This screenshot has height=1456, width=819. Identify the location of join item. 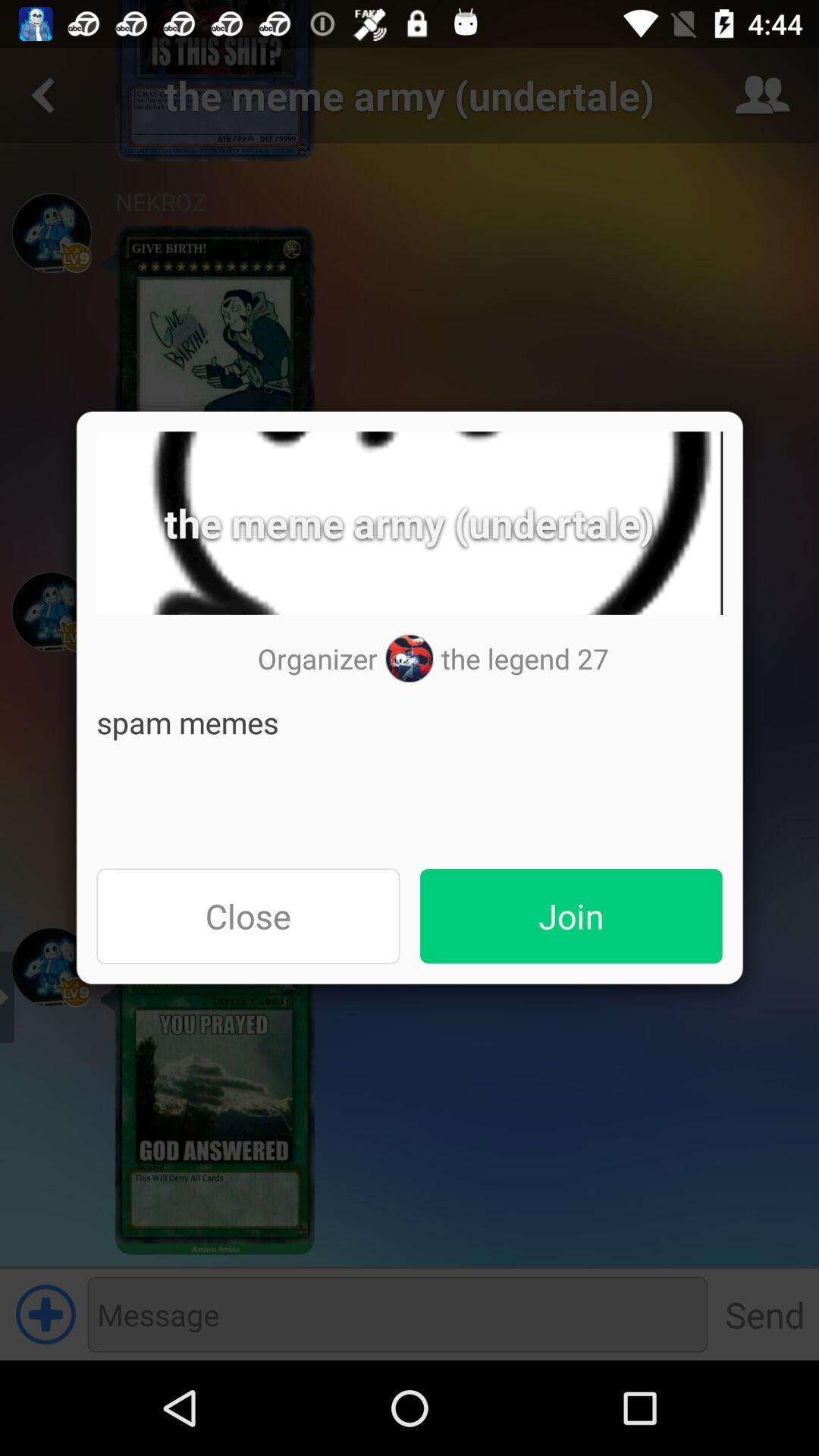
(571, 915).